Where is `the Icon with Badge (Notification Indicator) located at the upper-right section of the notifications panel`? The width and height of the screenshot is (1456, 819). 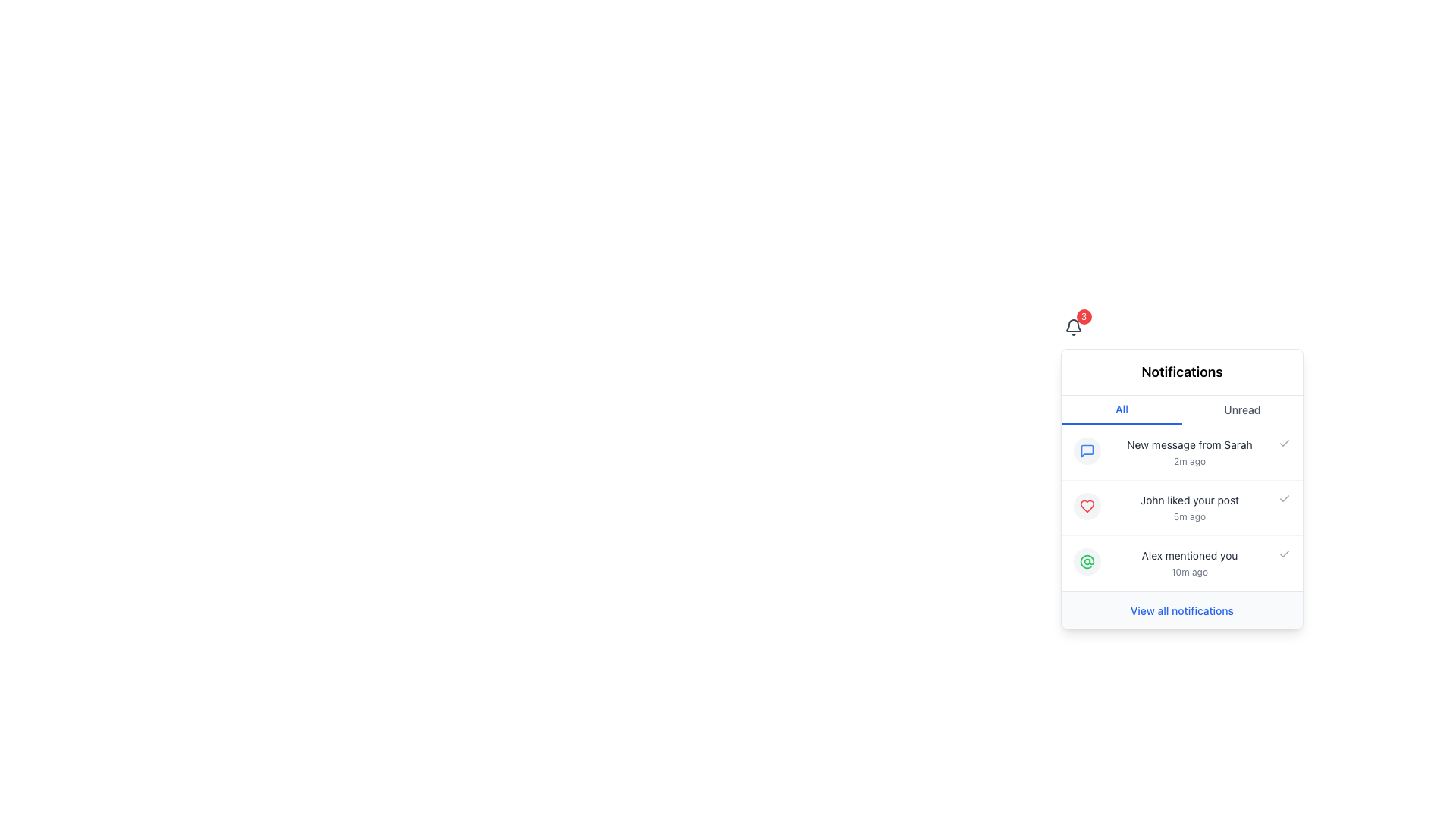 the Icon with Badge (Notification Indicator) located at the upper-right section of the notifications panel is located at coordinates (1072, 327).